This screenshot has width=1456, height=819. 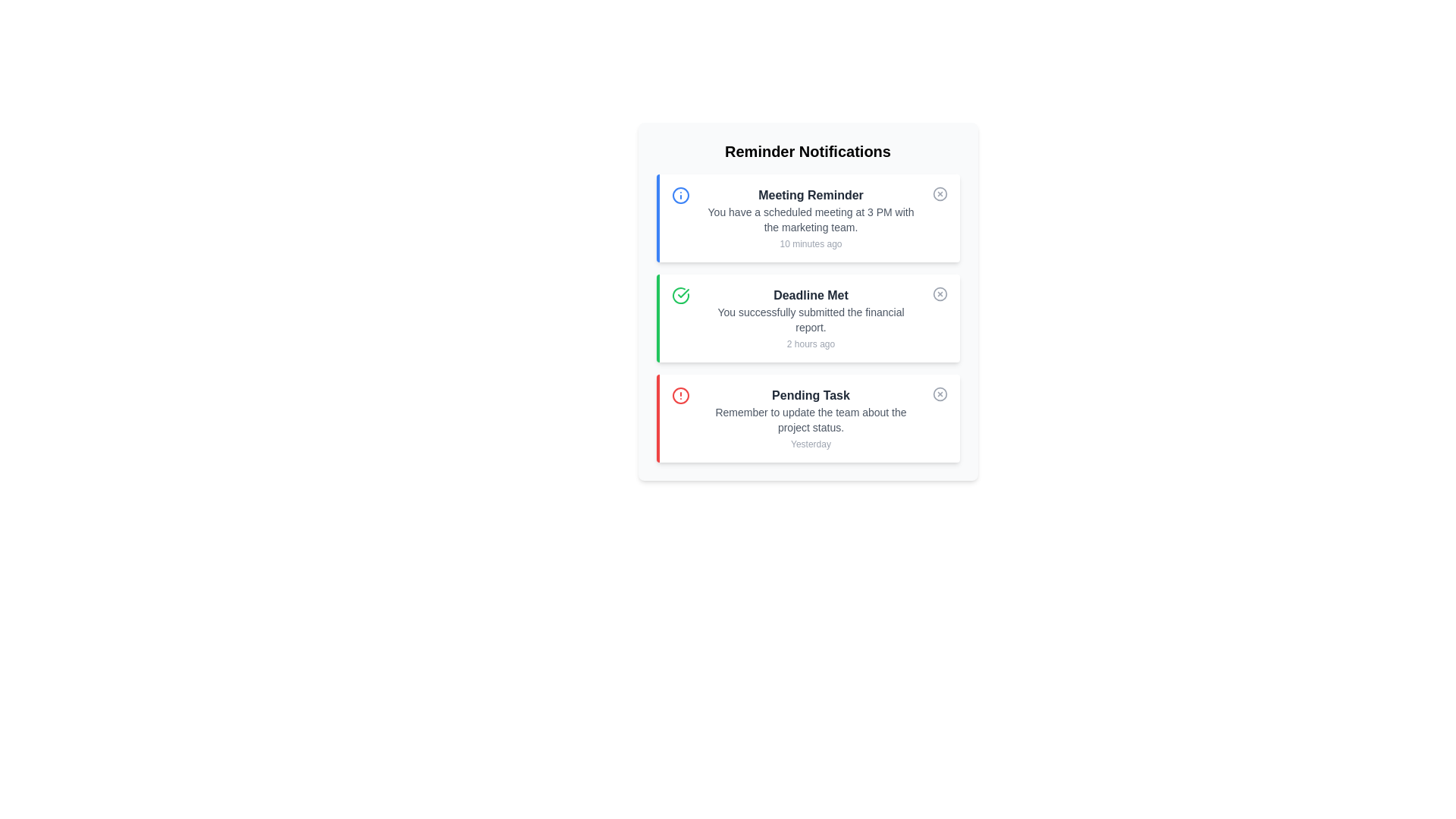 What do you see at coordinates (810, 218) in the screenshot?
I see `the meeting reminder text block located in the first card of the reminders list to potentially reveal additional actions` at bounding box center [810, 218].